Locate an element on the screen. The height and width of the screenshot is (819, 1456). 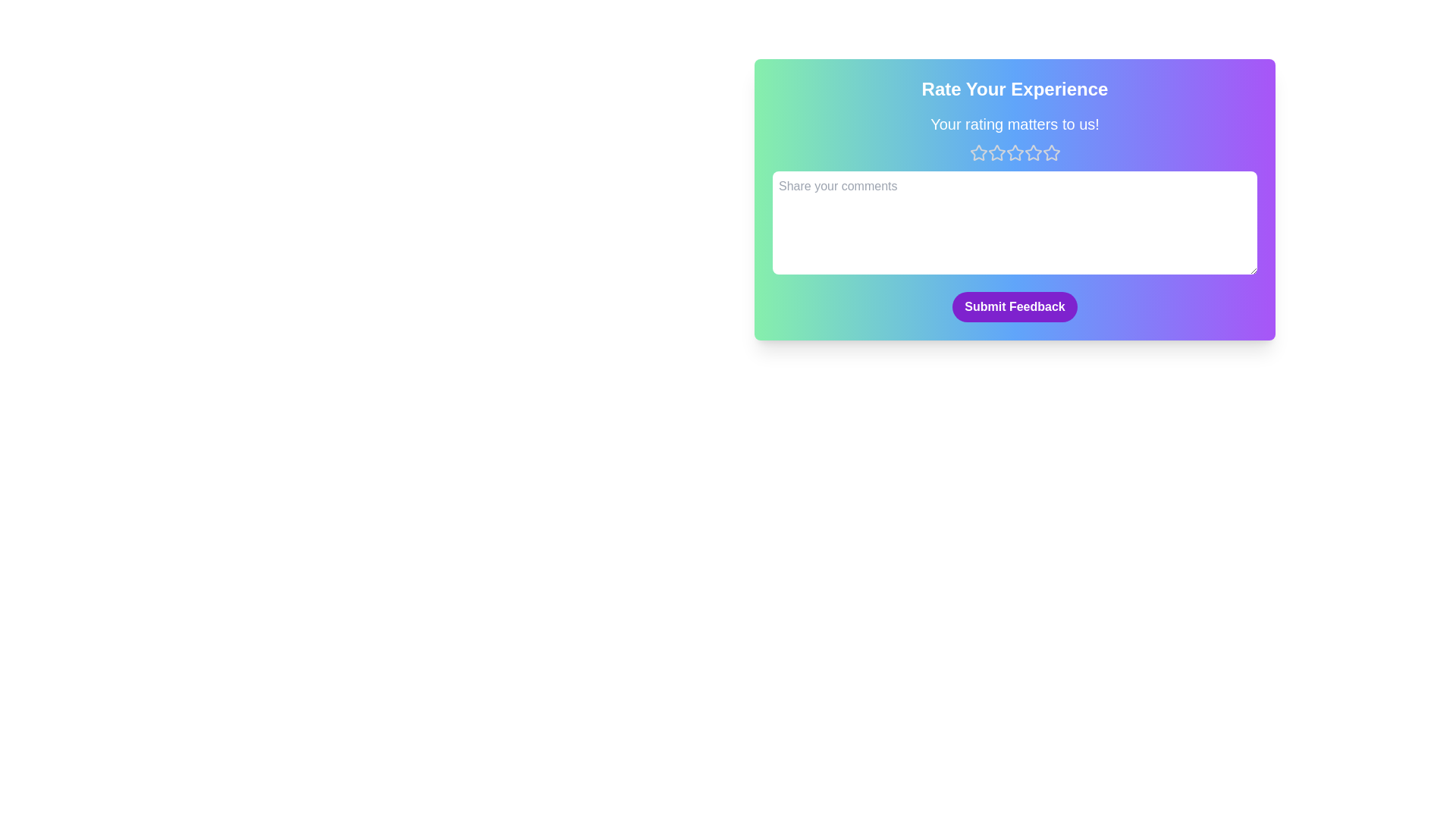
the star corresponding to the desired rating value 2 is located at coordinates (996, 152).